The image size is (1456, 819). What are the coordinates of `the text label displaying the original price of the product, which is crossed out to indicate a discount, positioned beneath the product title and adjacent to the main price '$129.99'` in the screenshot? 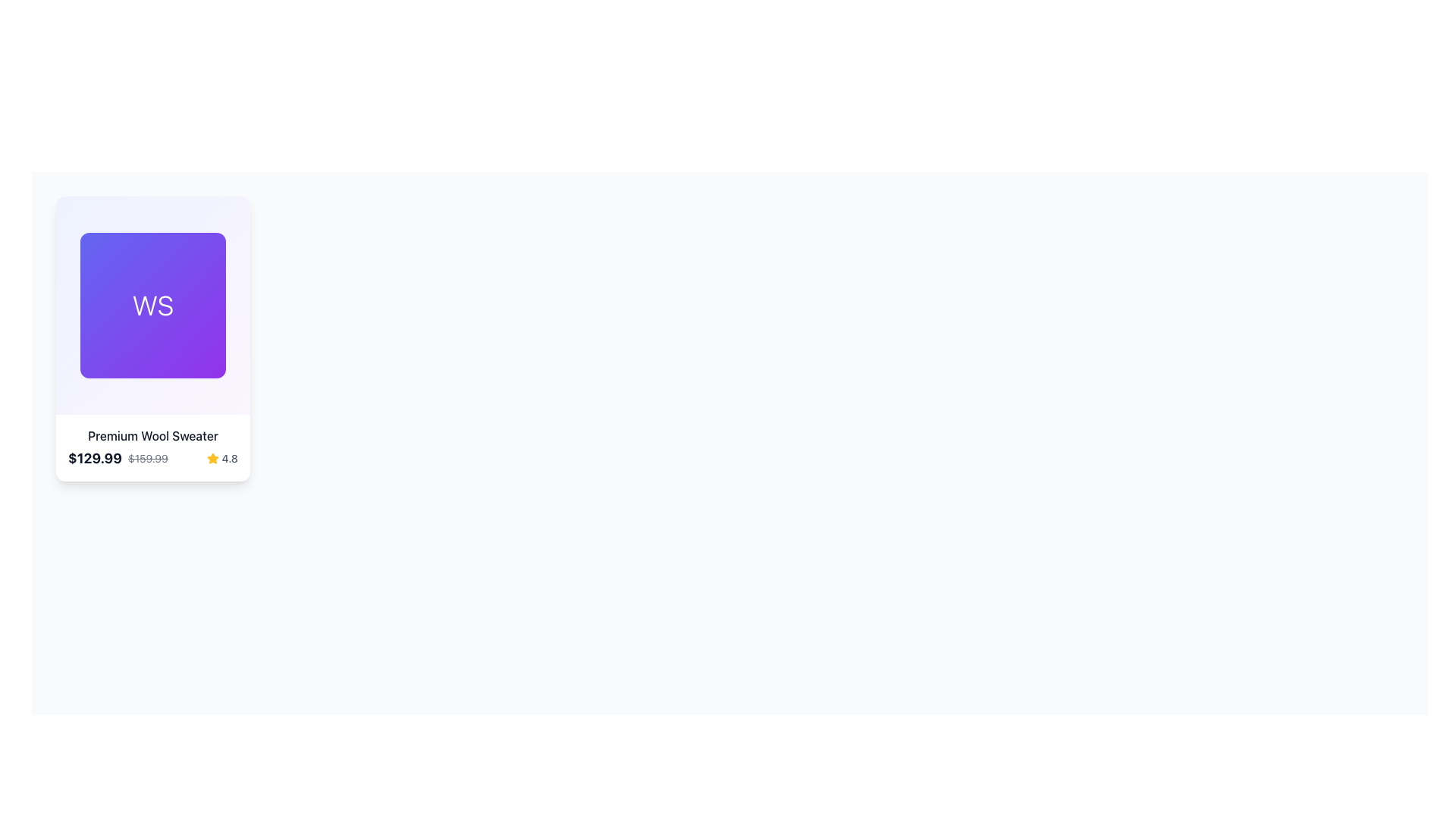 It's located at (148, 458).